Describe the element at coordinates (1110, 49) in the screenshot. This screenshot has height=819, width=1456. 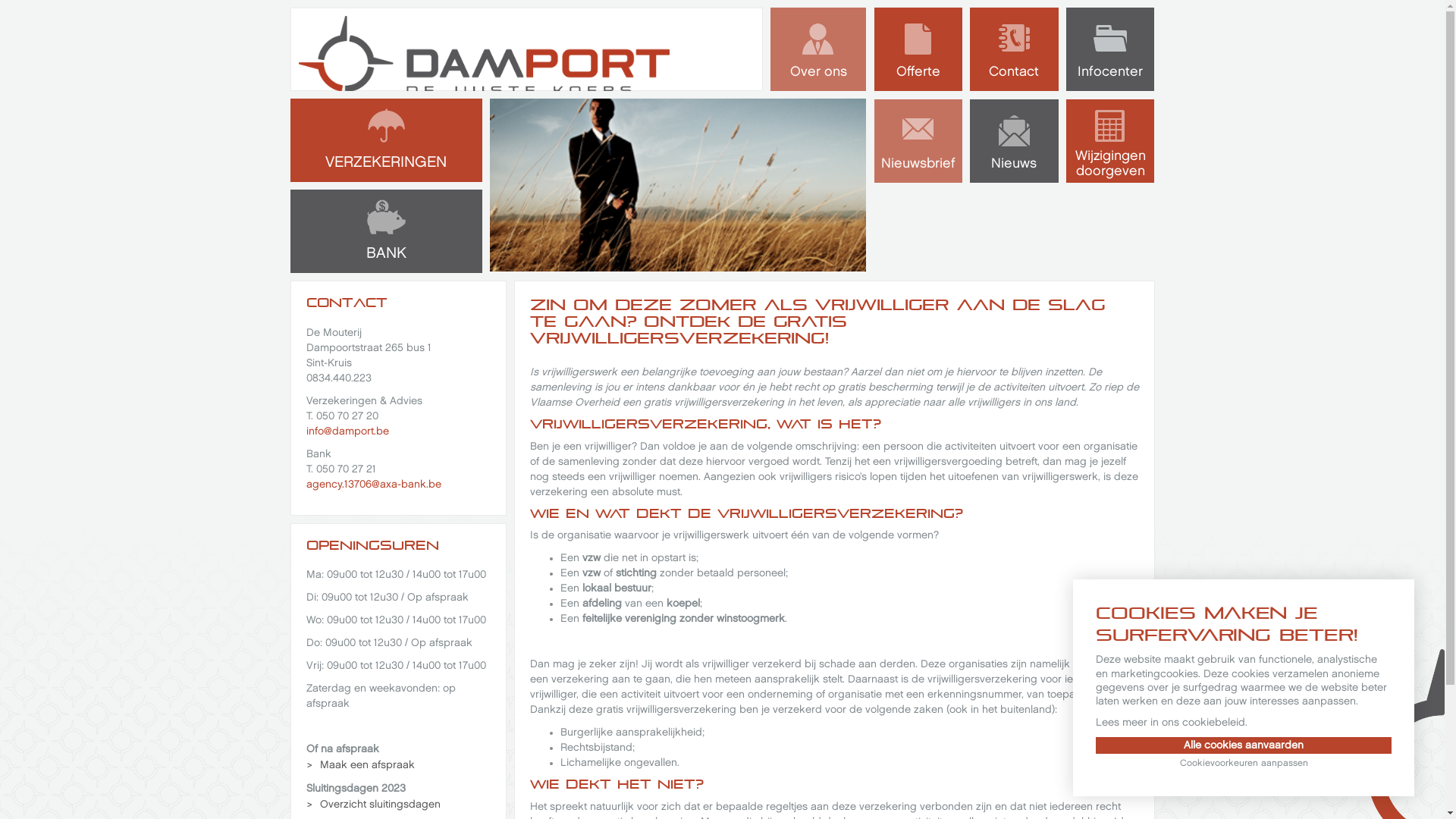
I see `'Infocenter'` at that location.